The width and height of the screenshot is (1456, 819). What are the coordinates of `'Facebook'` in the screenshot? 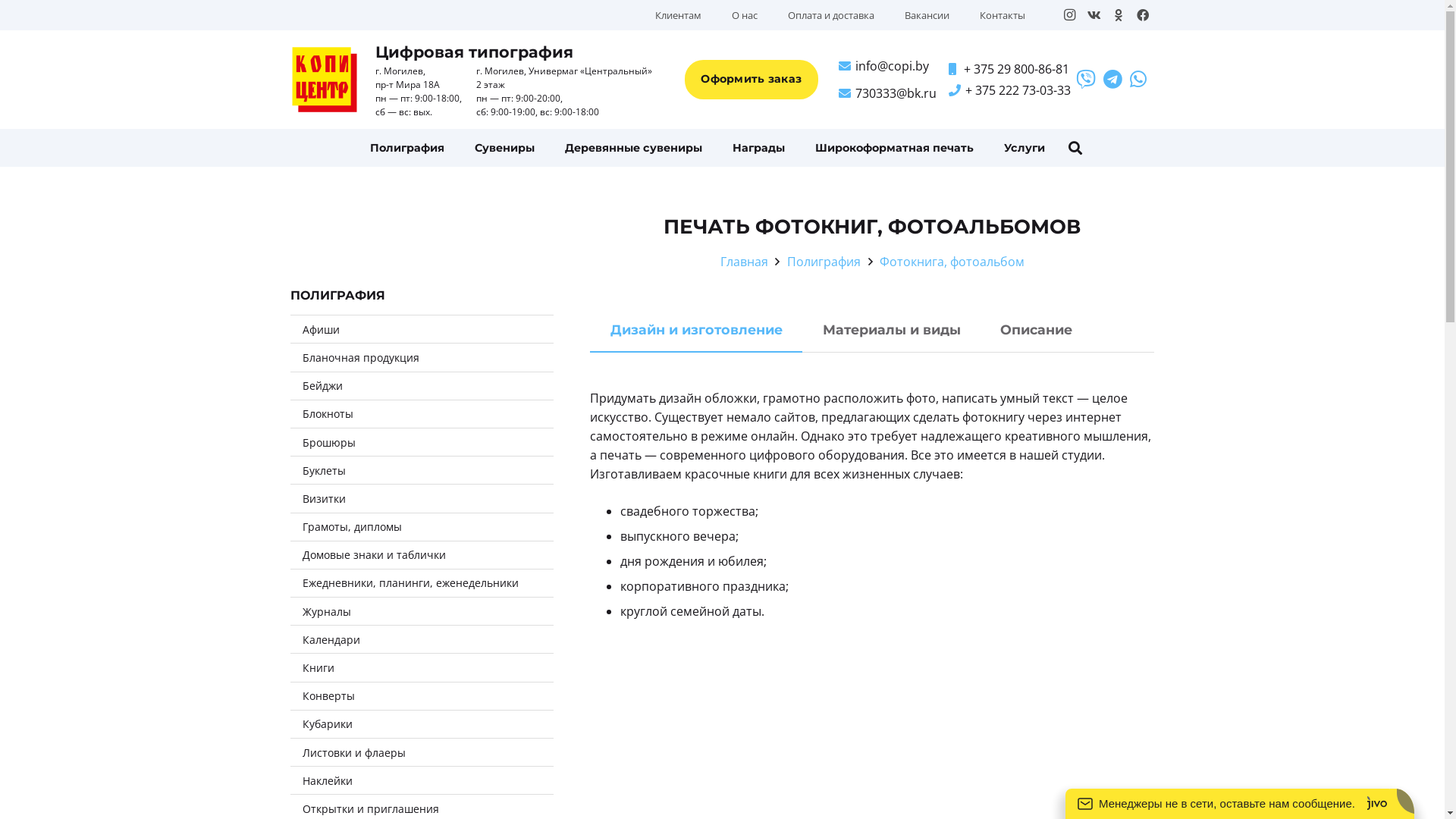 It's located at (1142, 14).